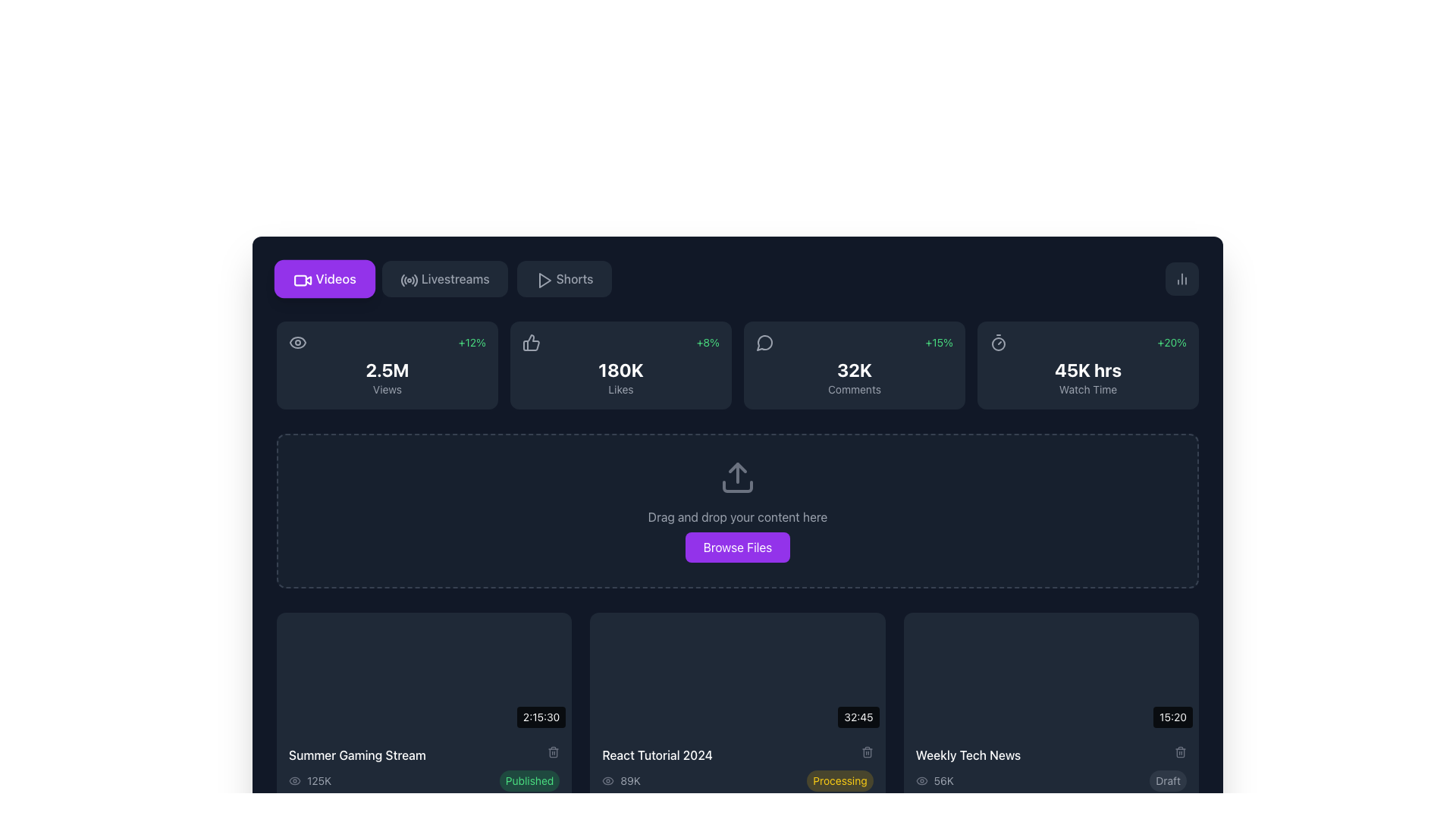  Describe the element at coordinates (1087, 370) in the screenshot. I see `the Text label displaying '45K hrs' which indicates the total time watched, located in the top-right corner of the metrics section above the 'Watch Time' label` at that location.